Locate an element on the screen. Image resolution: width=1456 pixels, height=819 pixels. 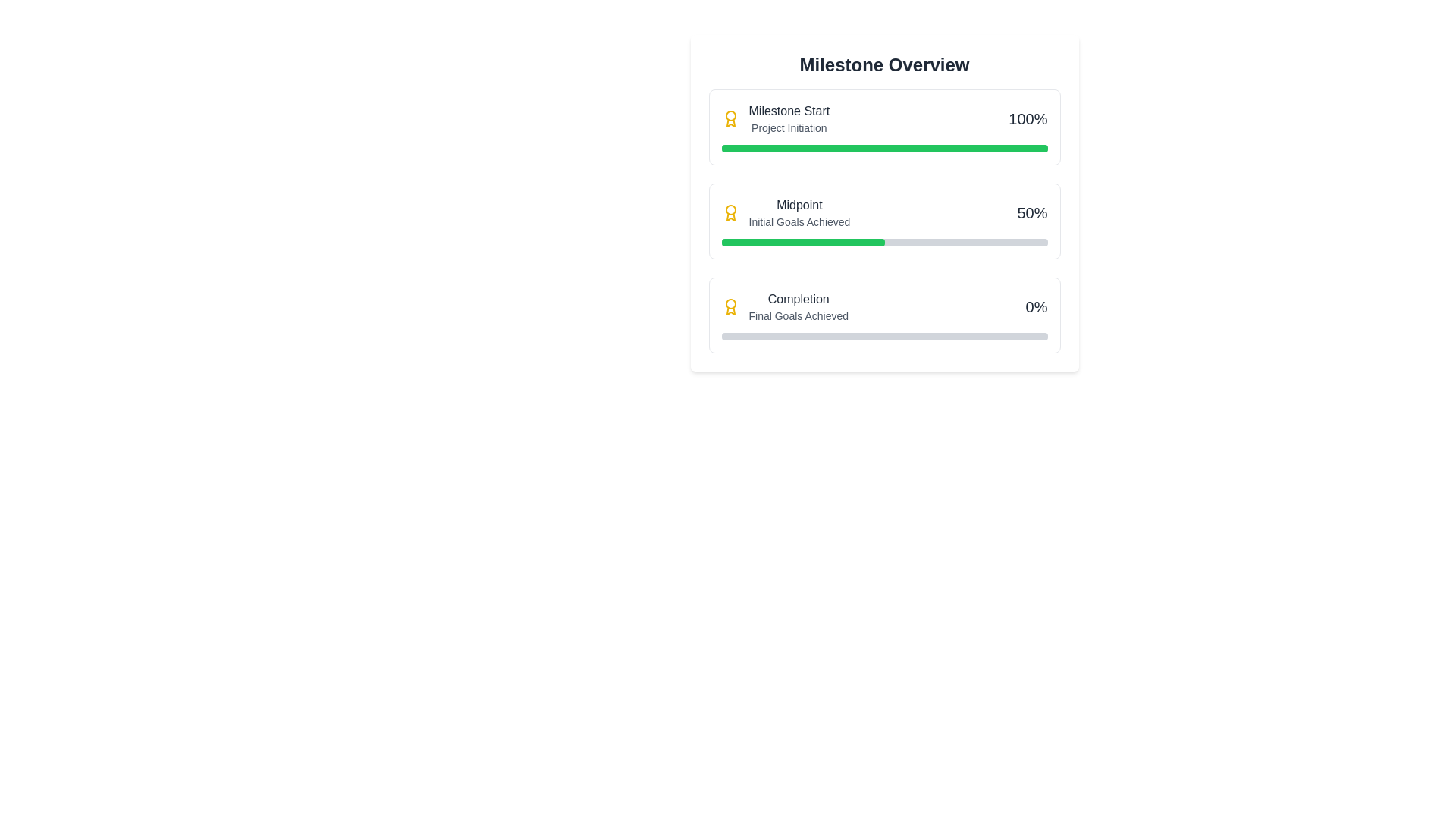
the text label providing additional information about the 'Milestone Start' milestone, located beneath the 'Milestone Start' label in the milestone overview is located at coordinates (789, 127).